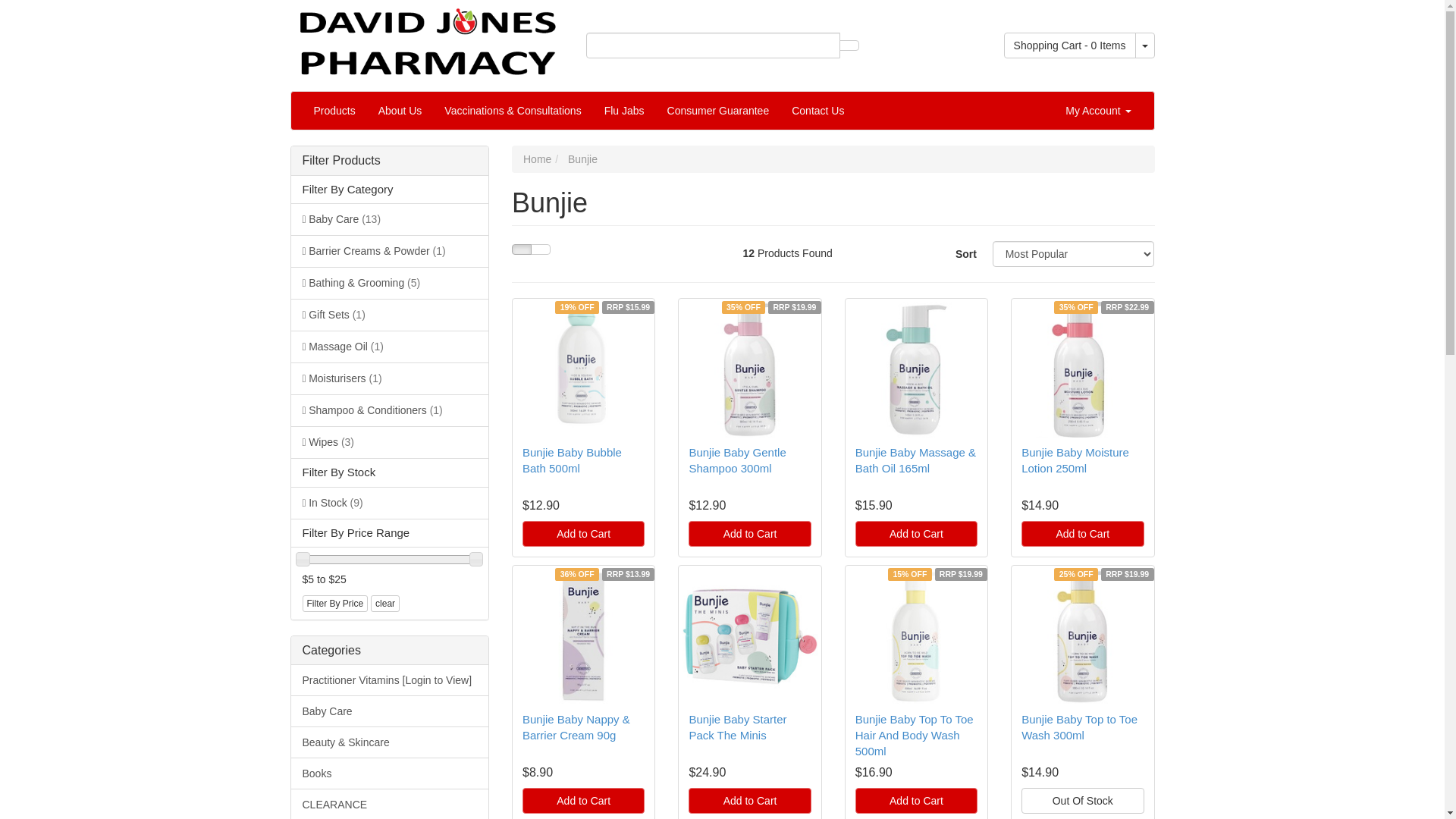  Describe the element at coordinates (582, 533) in the screenshot. I see `'Add to Cart'` at that location.